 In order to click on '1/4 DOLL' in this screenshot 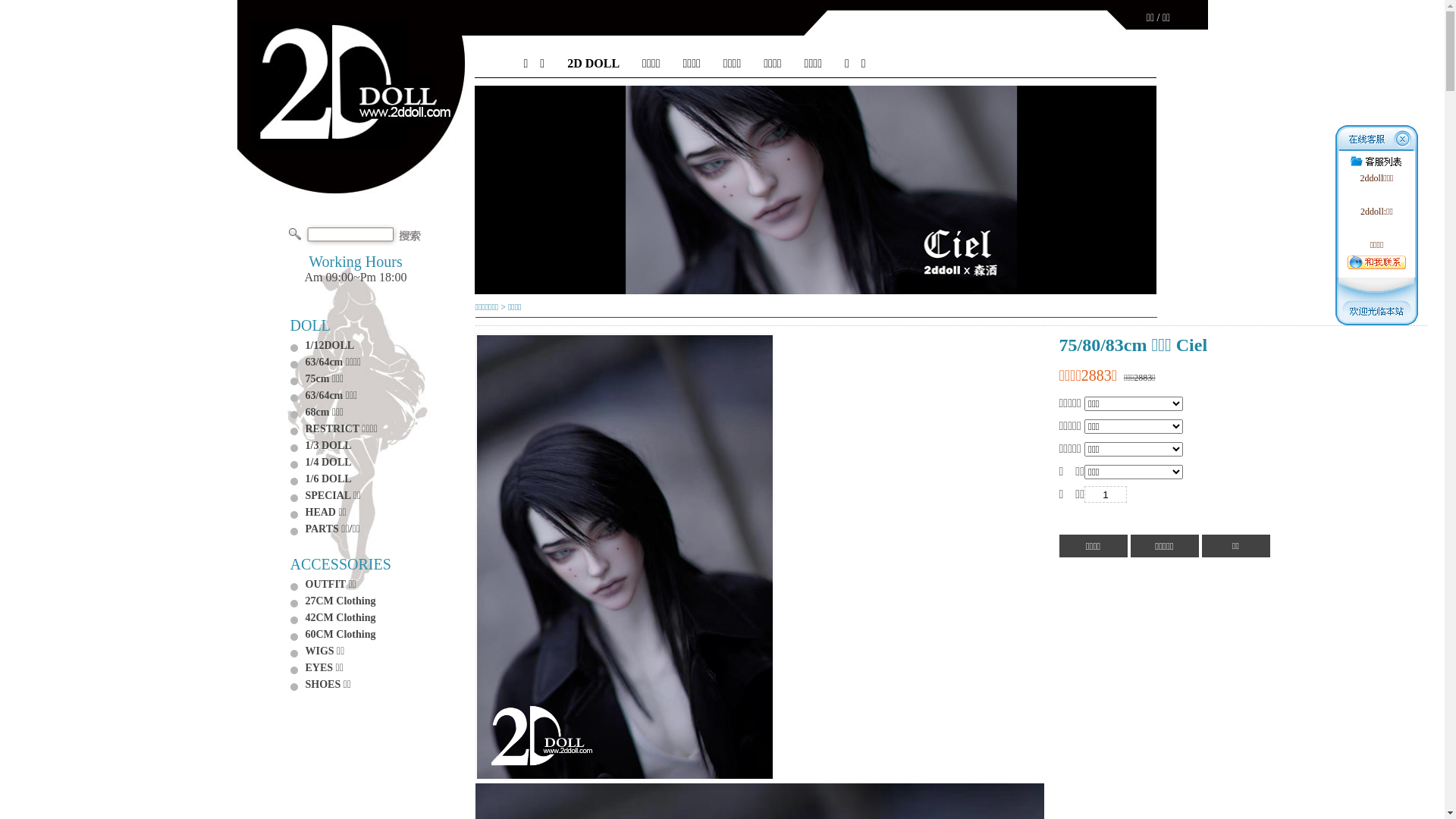, I will do `click(327, 461)`.